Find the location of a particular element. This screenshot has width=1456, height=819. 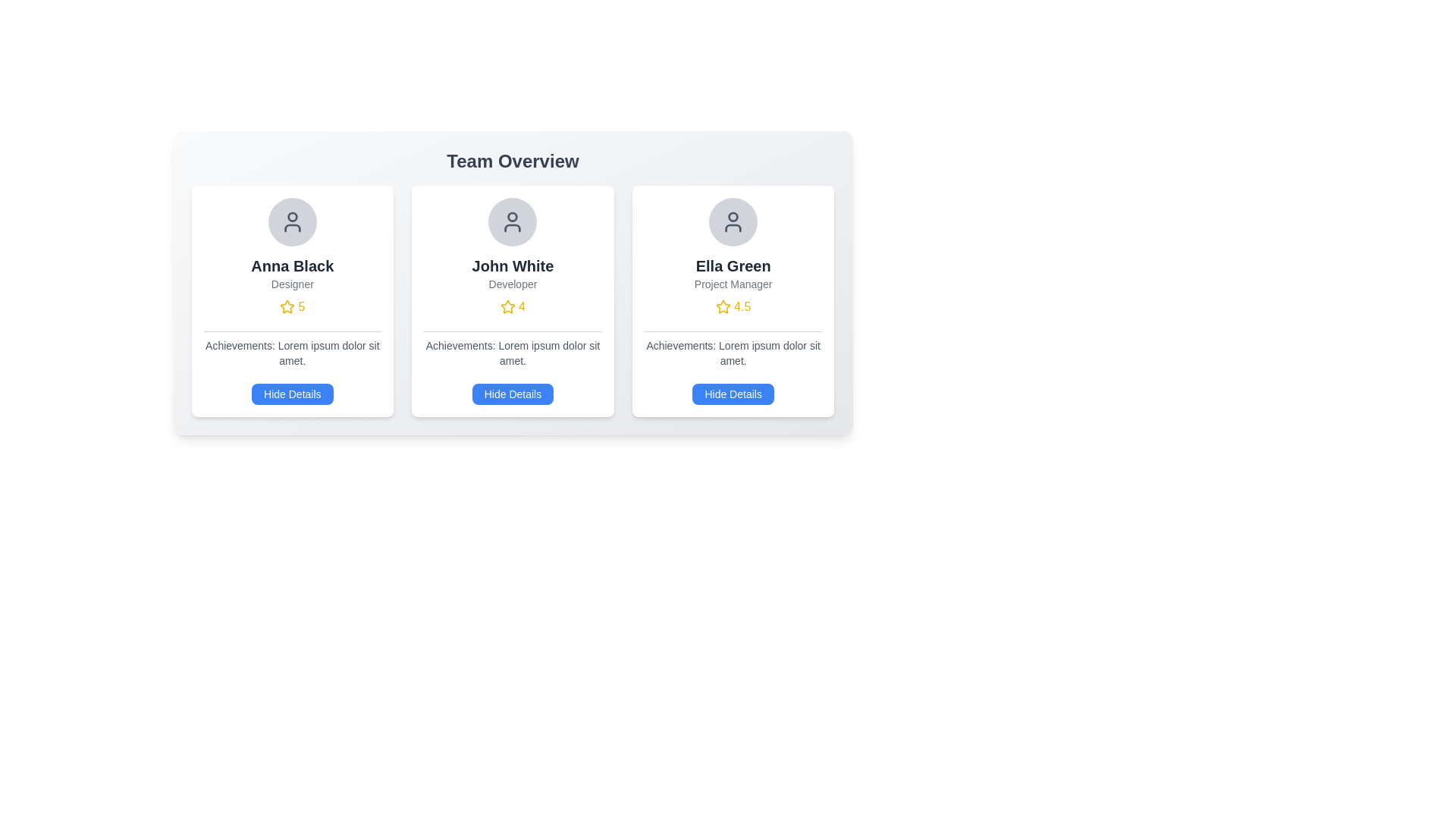

achievement information text associated with 'John White', located in the middle column under the 'John White' profile card, between the star rating and the 'Hide Details' button is located at coordinates (513, 353).